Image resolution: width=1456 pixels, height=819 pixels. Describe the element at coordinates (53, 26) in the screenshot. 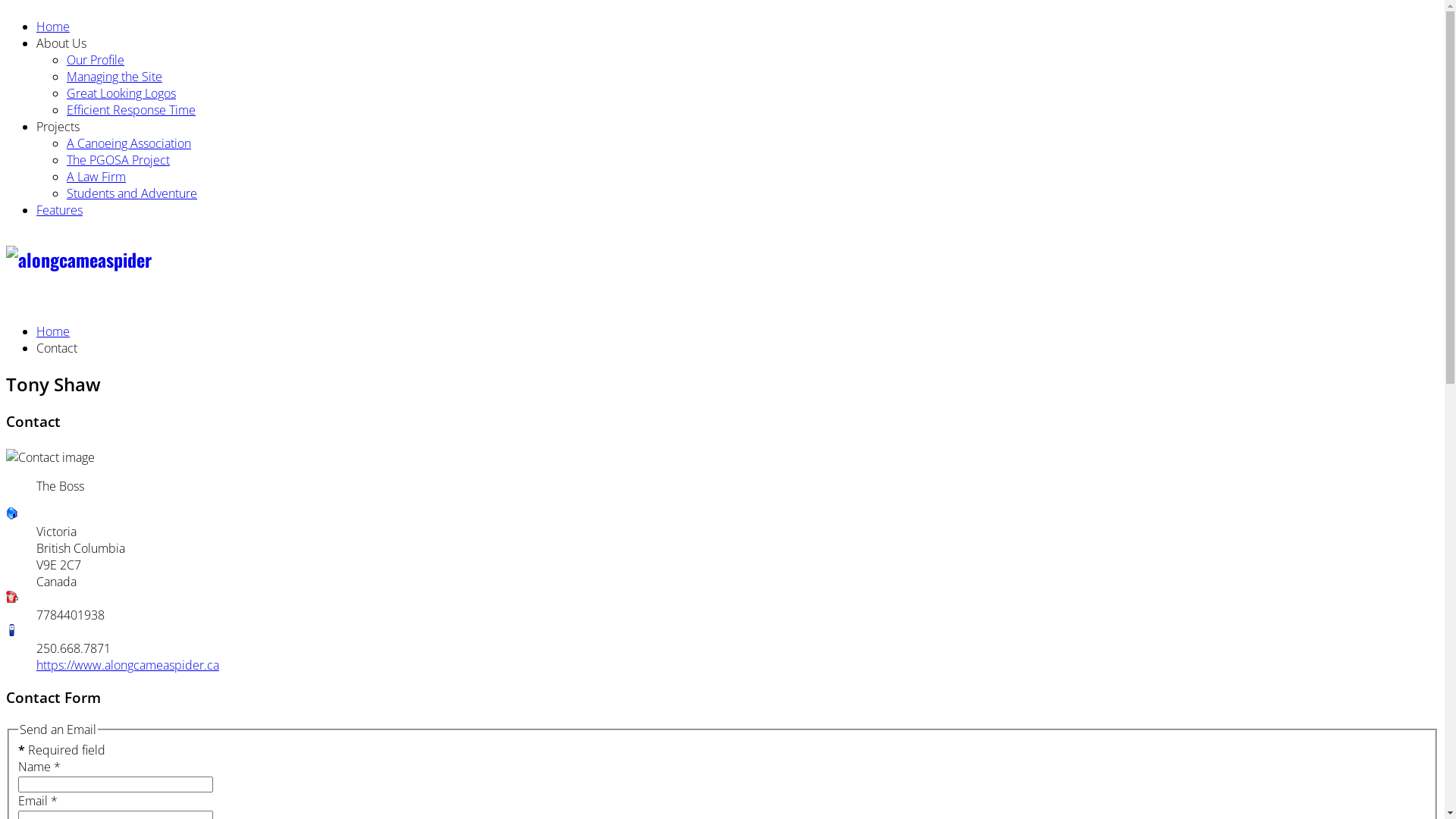

I see `'Home'` at that location.